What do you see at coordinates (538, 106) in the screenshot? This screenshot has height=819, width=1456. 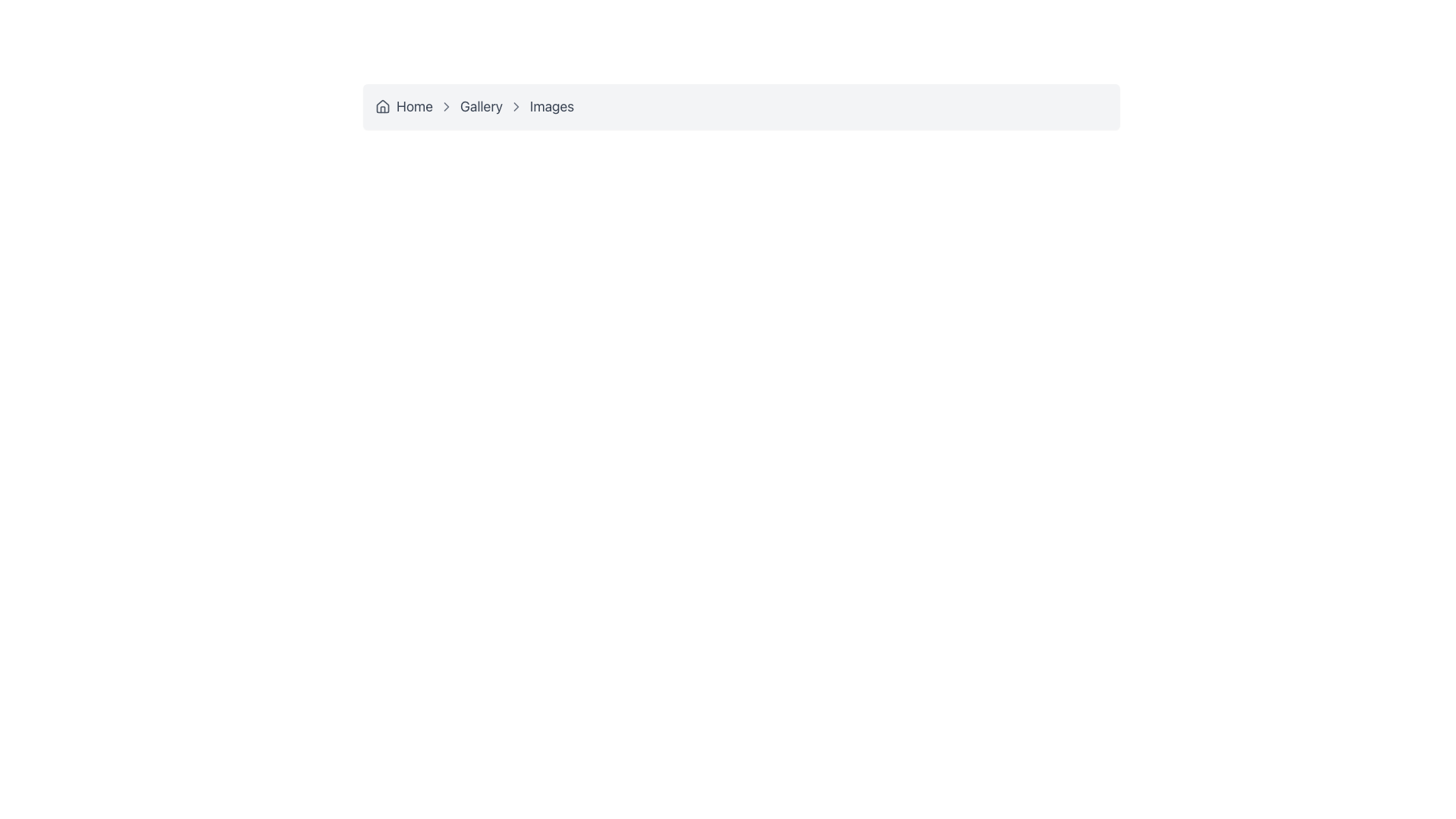 I see `the 'Images' breadcrumb navigation link located in the breadcrumb navigation bar, positioned to the right of 'Gallery'` at bounding box center [538, 106].